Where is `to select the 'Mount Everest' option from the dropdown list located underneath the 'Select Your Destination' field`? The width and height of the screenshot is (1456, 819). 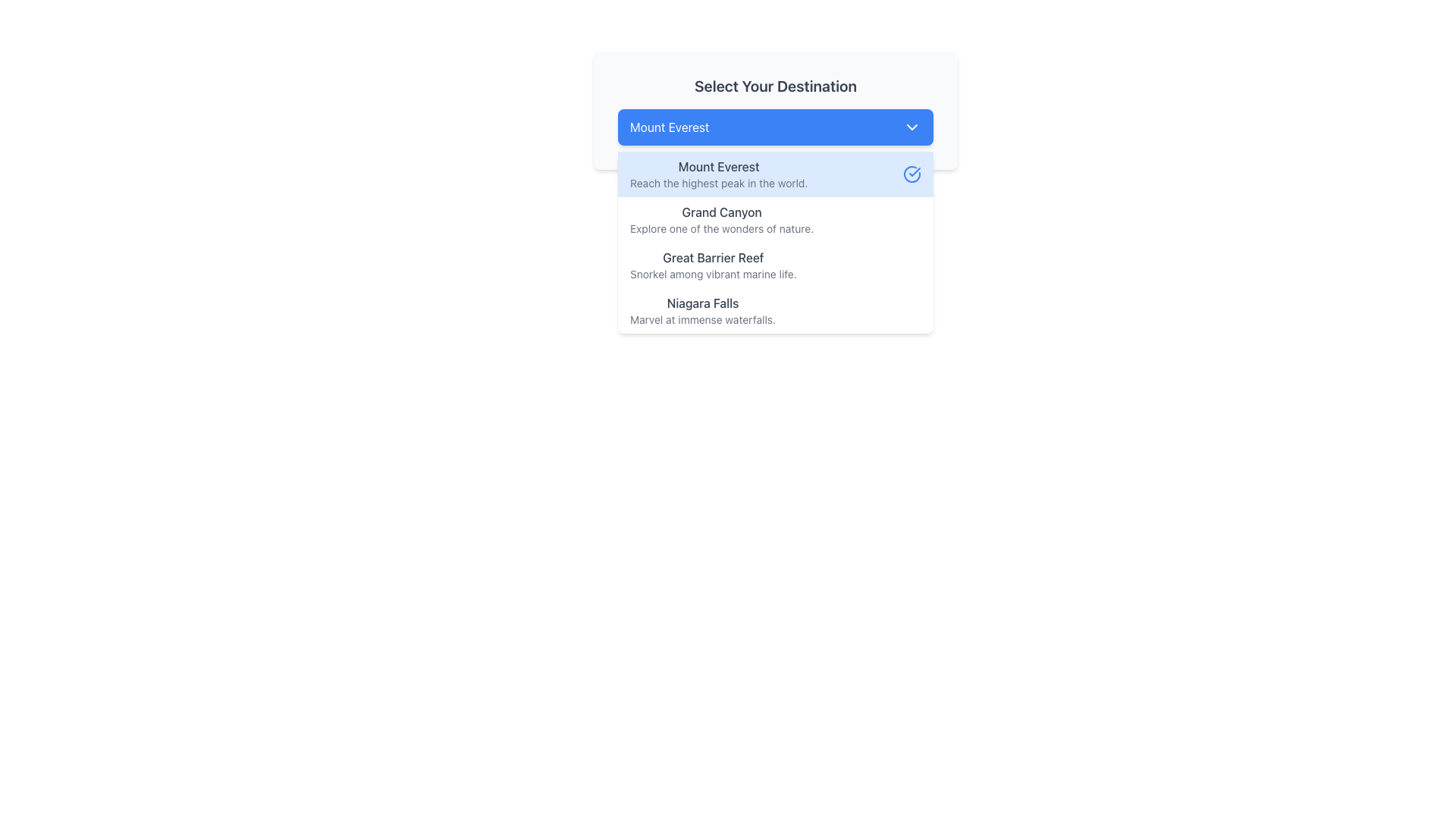
to select the 'Mount Everest' option from the dropdown list located underneath the 'Select Your Destination' field is located at coordinates (775, 174).